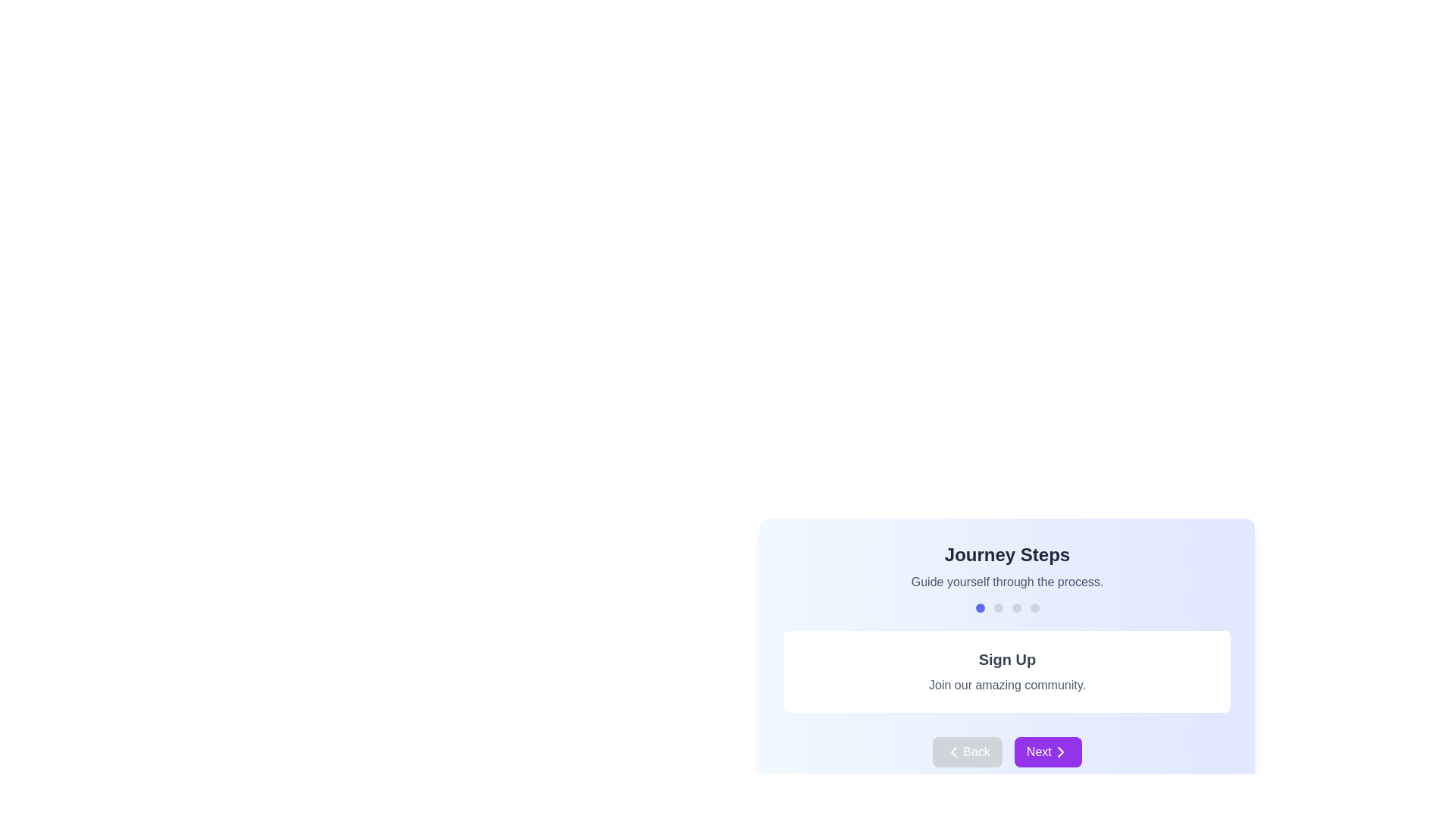  What do you see at coordinates (1059, 752) in the screenshot?
I see `the Chevron icon located on the 'Next' button at the bottom-right corner of the card layout` at bounding box center [1059, 752].